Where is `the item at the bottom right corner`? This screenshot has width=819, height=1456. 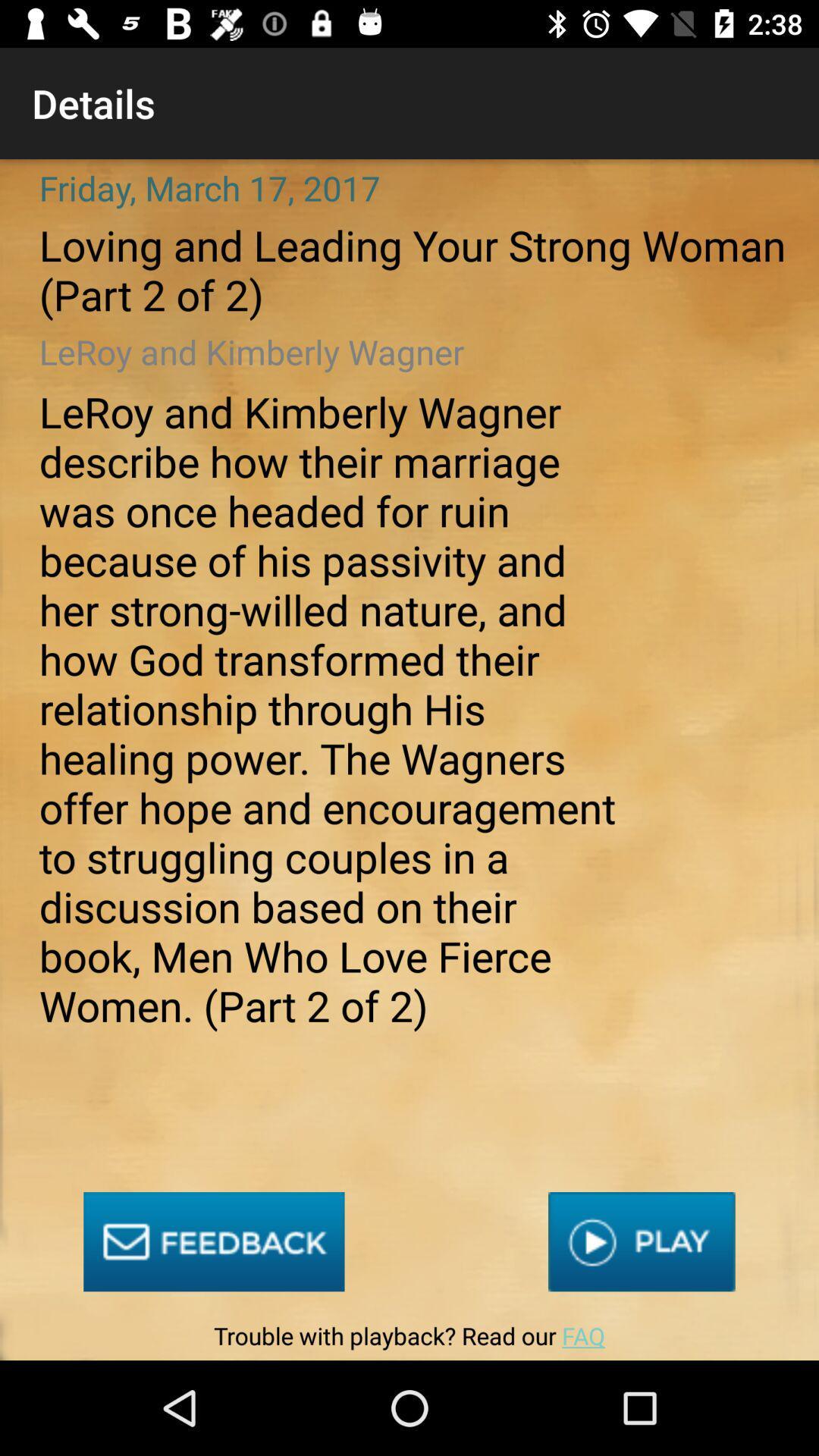
the item at the bottom right corner is located at coordinates (642, 1241).